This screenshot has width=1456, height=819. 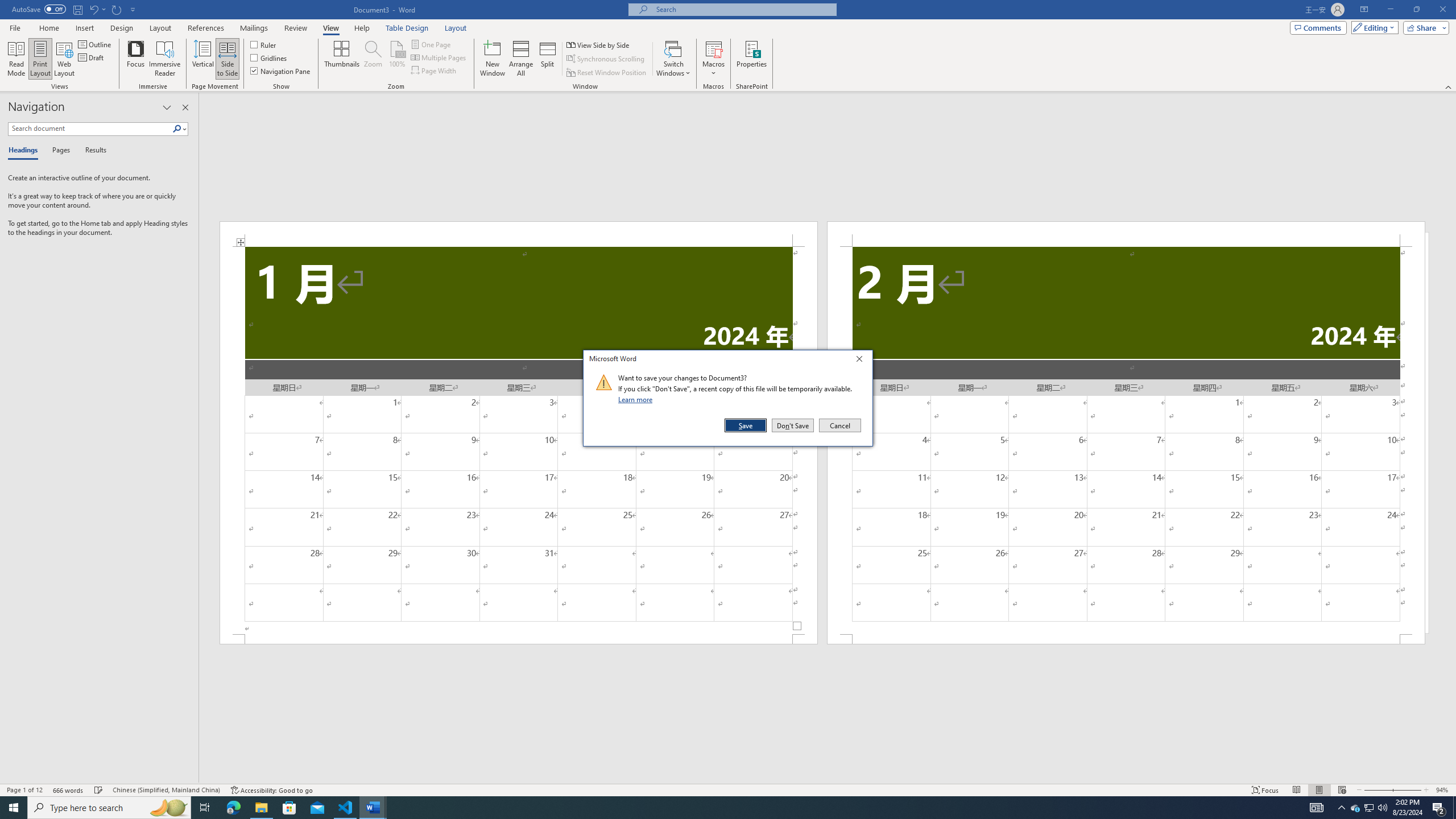 I want to click on 'Draft', so click(x=91, y=56).